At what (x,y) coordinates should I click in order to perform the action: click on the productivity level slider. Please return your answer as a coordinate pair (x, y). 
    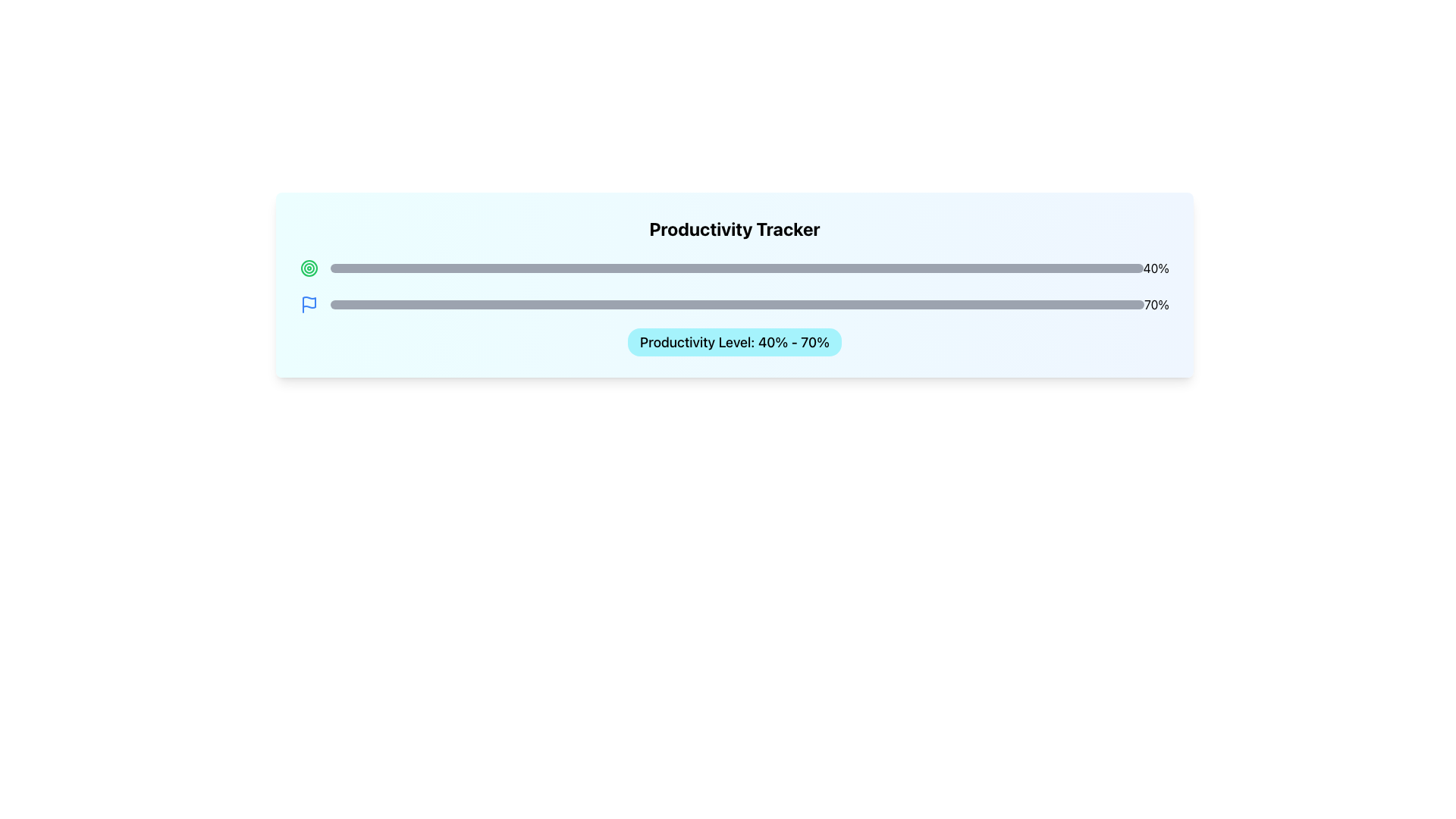
    Looking at the image, I should click on (801, 268).